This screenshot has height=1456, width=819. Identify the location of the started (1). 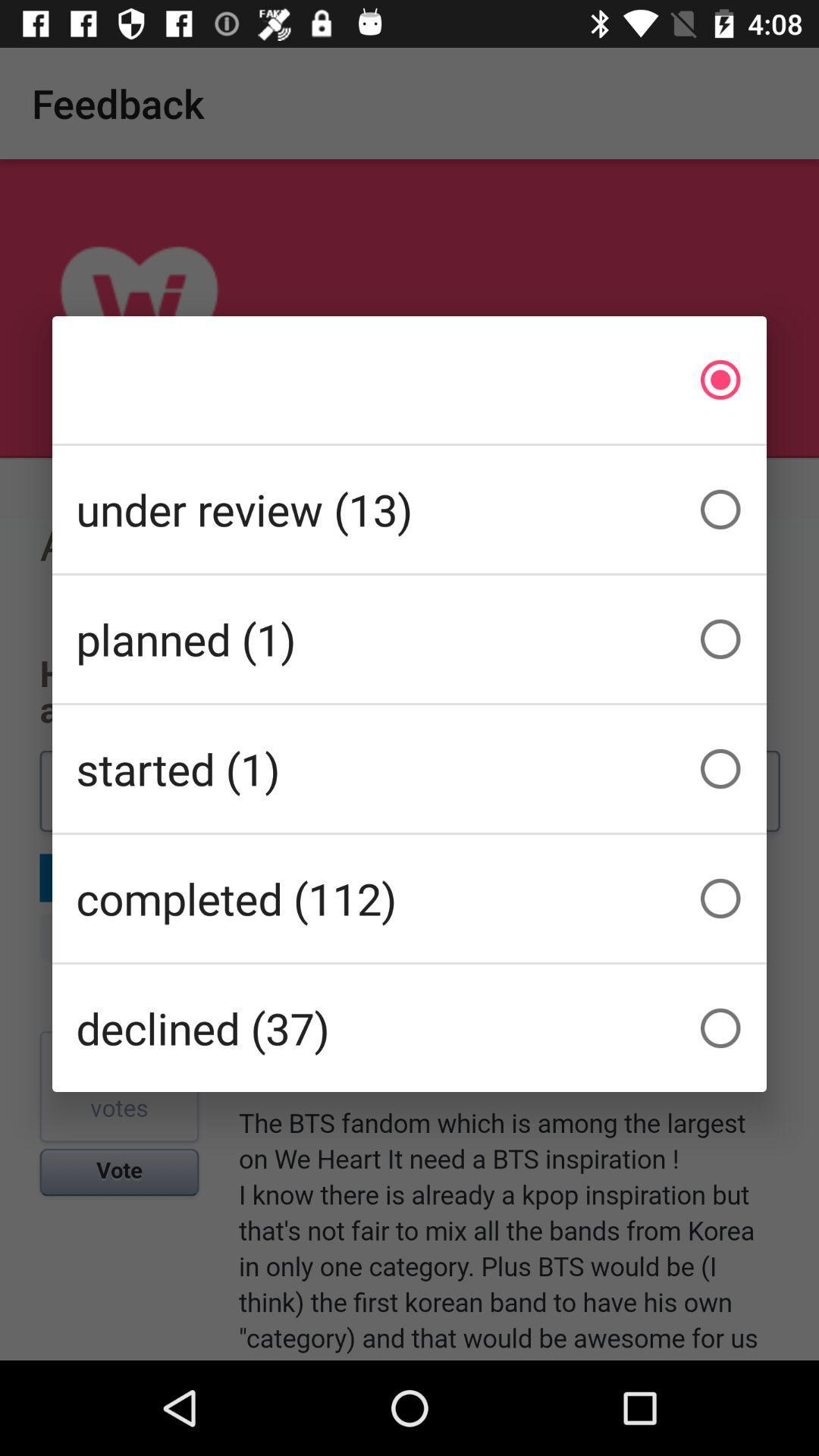
(409, 768).